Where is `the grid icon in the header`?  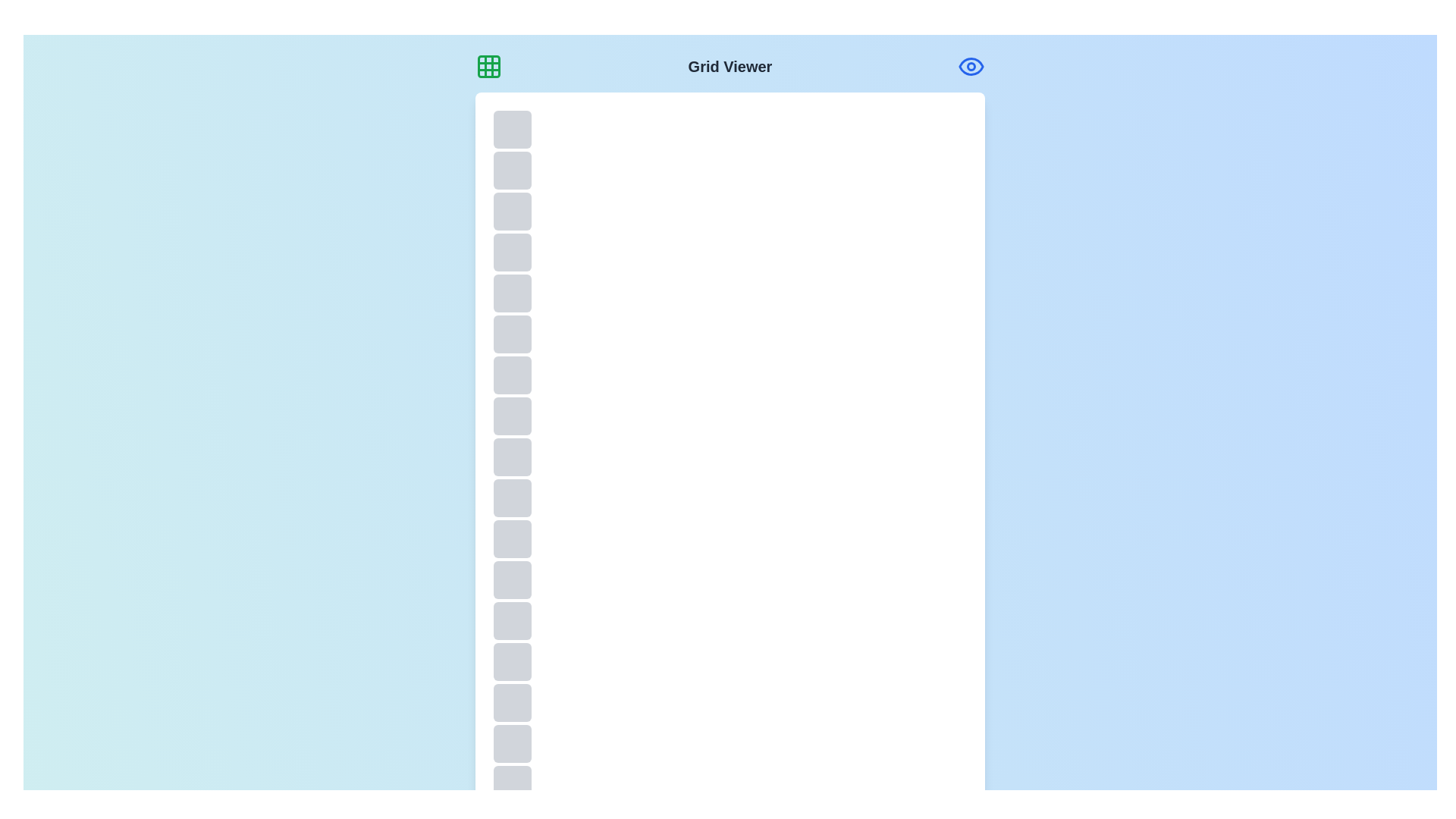 the grid icon in the header is located at coordinates (488, 66).